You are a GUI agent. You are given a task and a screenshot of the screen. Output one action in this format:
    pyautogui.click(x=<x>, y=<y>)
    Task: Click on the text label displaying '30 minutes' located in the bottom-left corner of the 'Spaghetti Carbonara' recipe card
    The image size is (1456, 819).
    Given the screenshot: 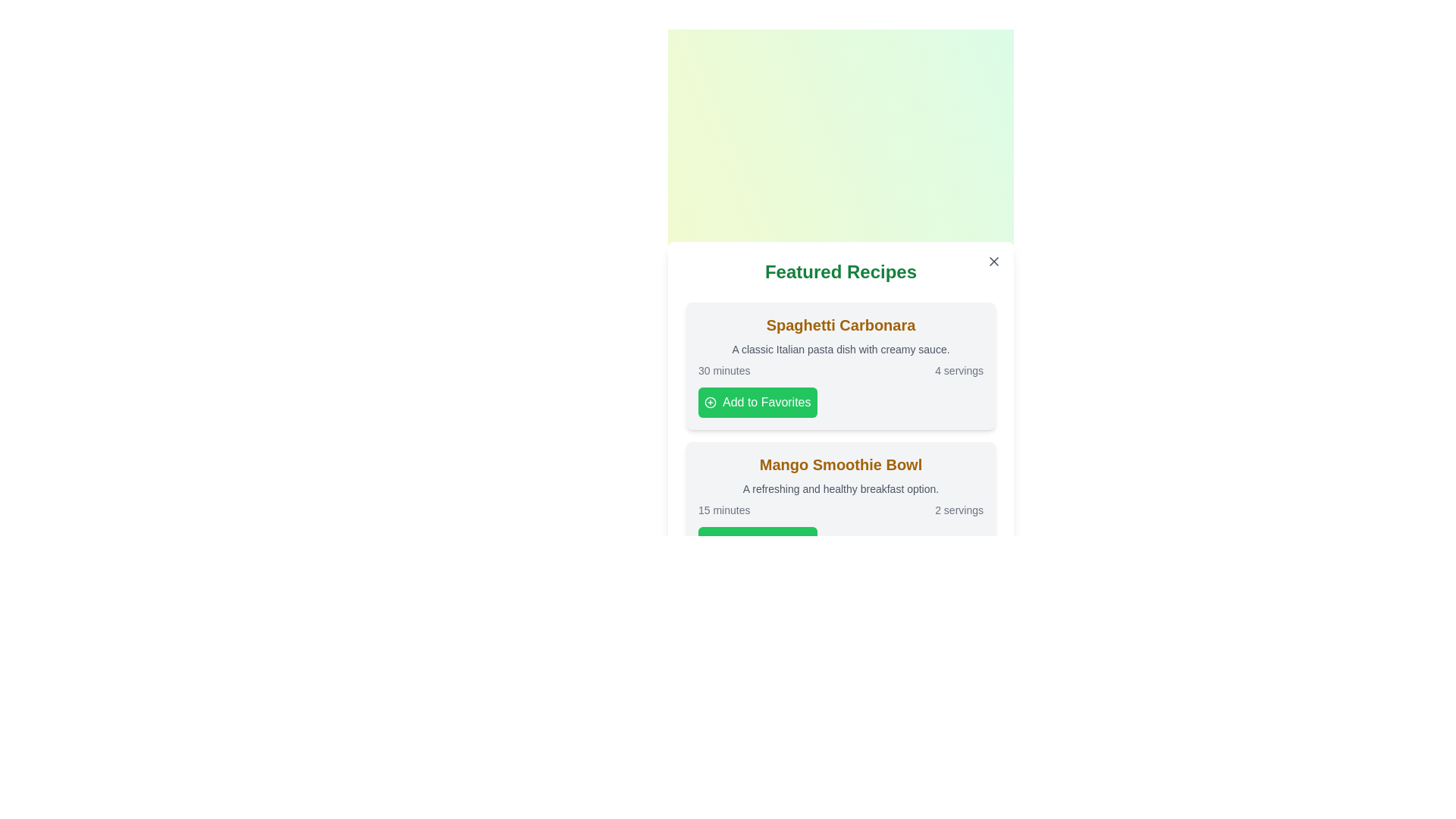 What is the action you would take?
    pyautogui.click(x=723, y=371)
    